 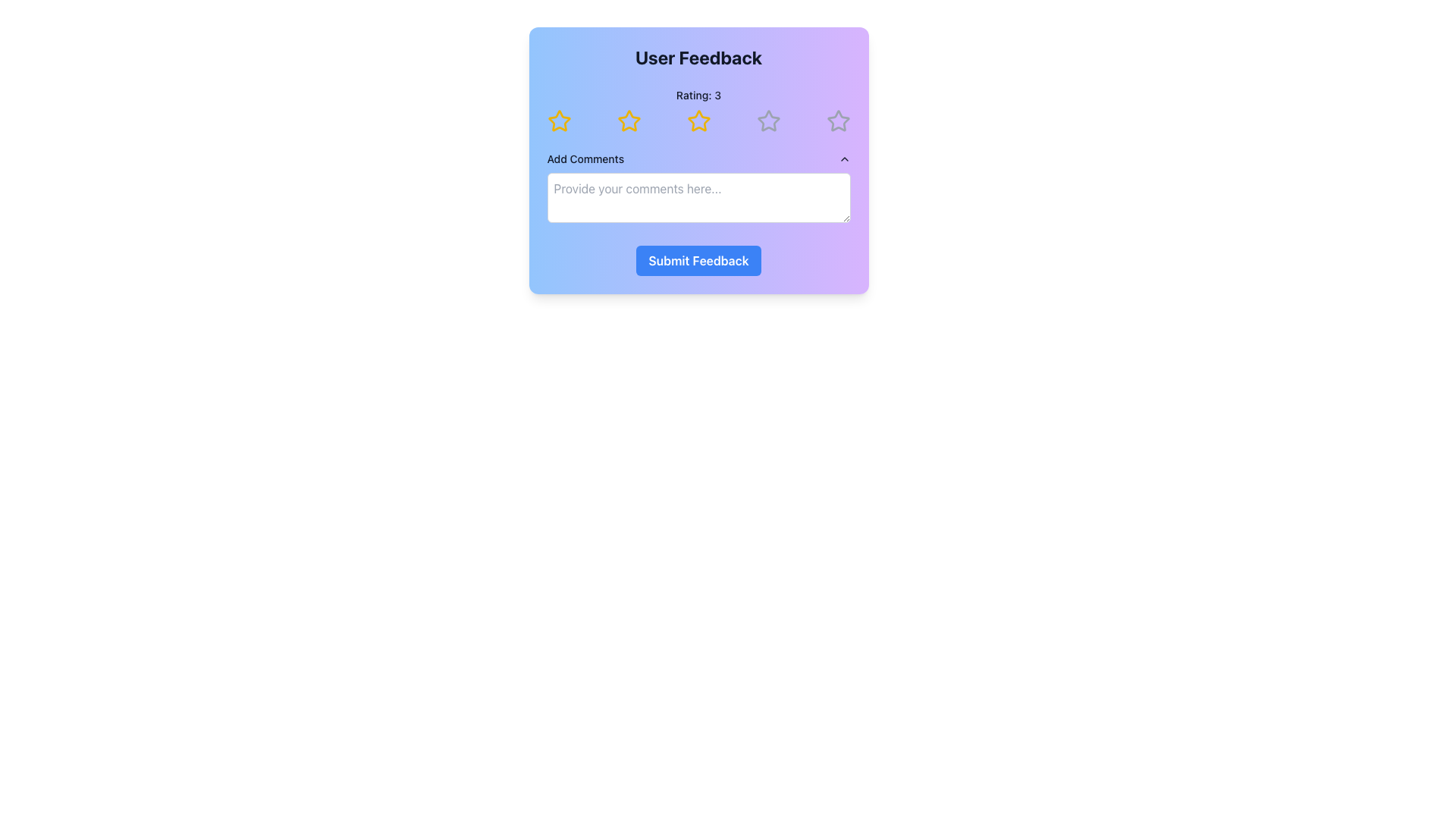 I want to click on the label indicating the current rating value, which is centrally positioned at the top of the feedback section above the star-shaped rating icons, so click(x=698, y=96).